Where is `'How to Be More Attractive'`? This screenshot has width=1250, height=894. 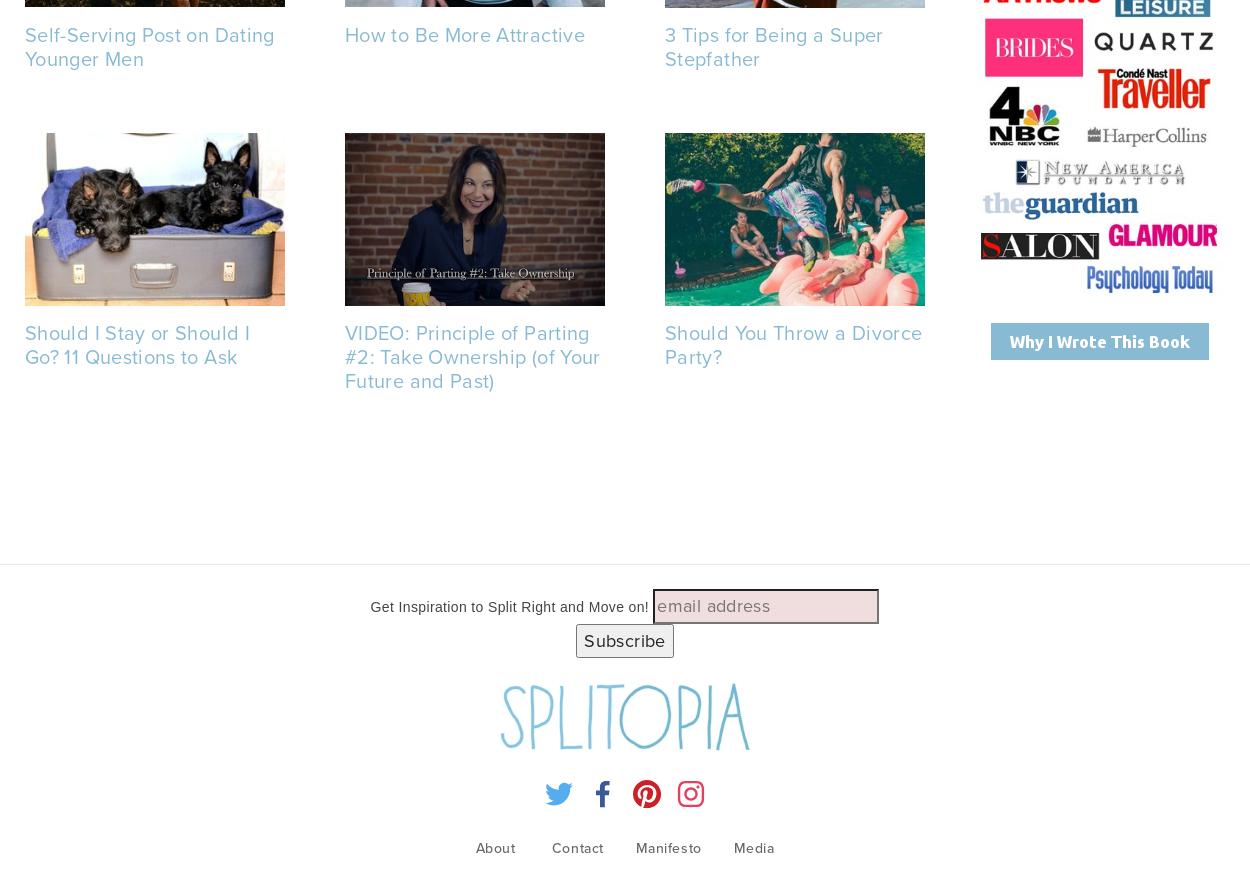
'How to Be More Attractive' is located at coordinates (344, 33).